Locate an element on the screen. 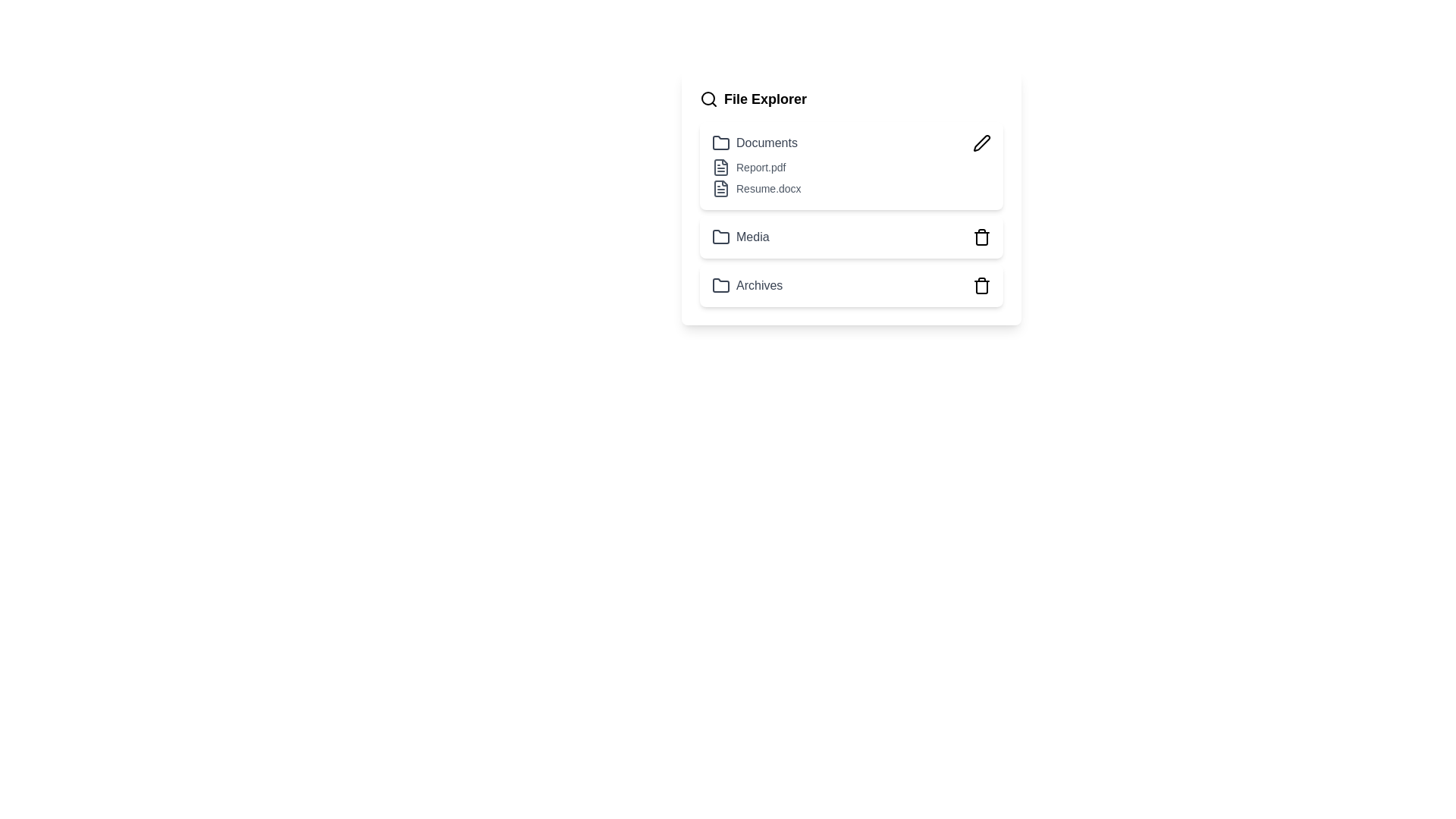  the 'Resume.docx' file entry down is located at coordinates (852, 188).